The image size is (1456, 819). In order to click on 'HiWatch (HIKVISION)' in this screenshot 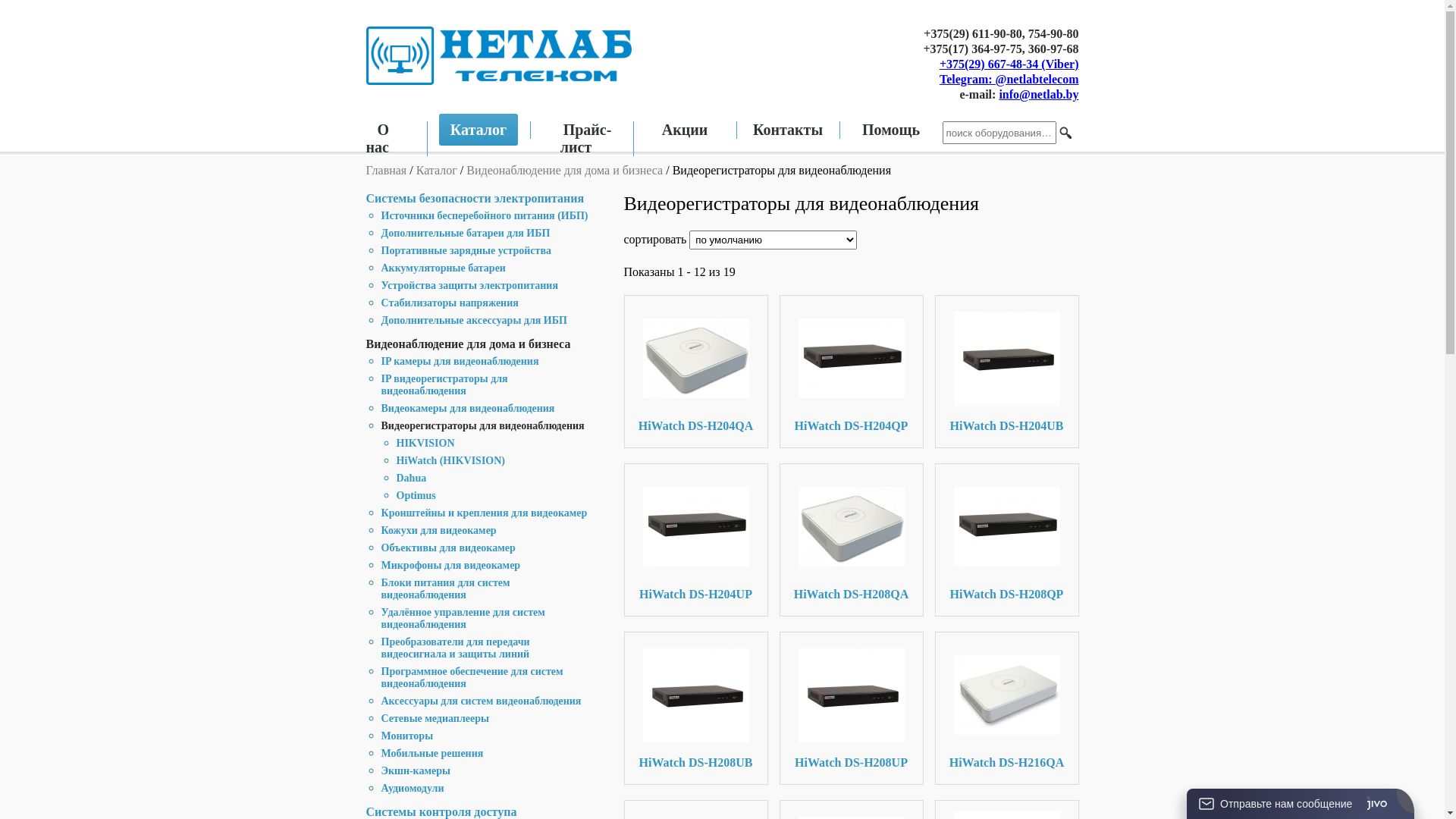, I will do `click(450, 460)`.